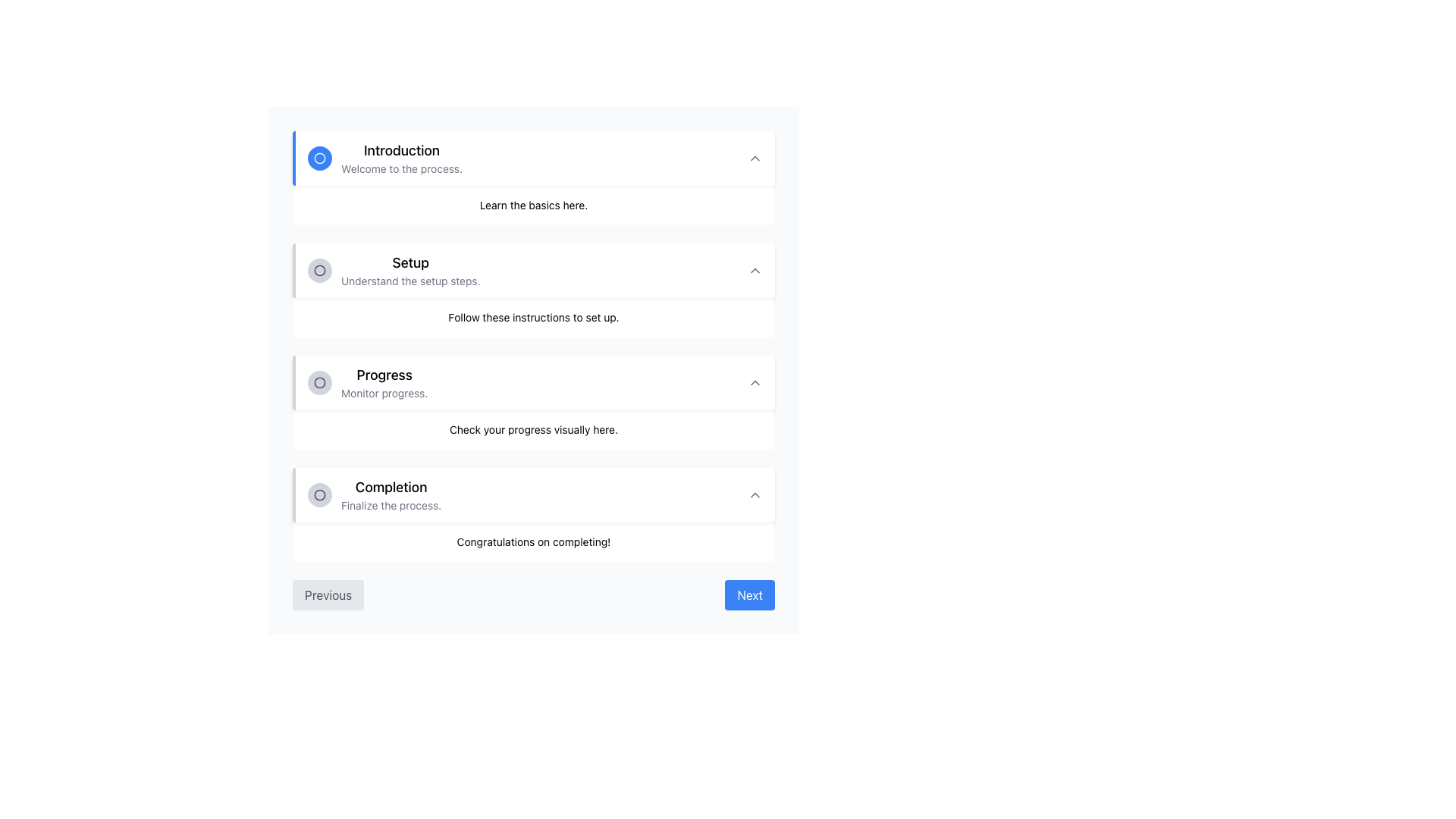 Image resolution: width=1456 pixels, height=819 pixels. Describe the element at coordinates (750, 595) in the screenshot. I see `the navigation button located at the bottom-right part of the interface` at that location.